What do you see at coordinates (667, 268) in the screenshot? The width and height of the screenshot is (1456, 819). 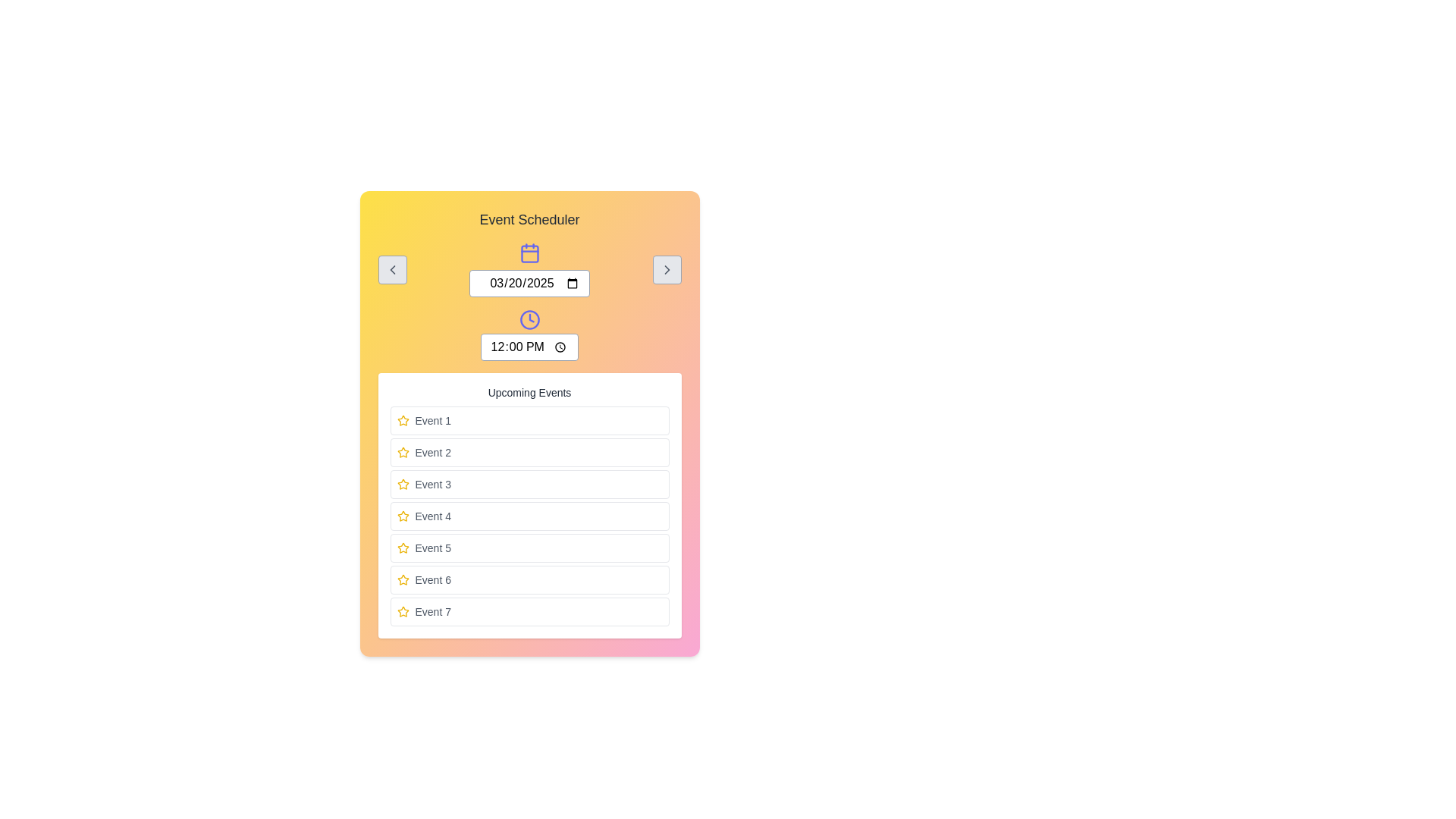 I see `the right-pointing chevron icon within the interactive button located at the top-right corner of the event scheduler interface` at bounding box center [667, 268].